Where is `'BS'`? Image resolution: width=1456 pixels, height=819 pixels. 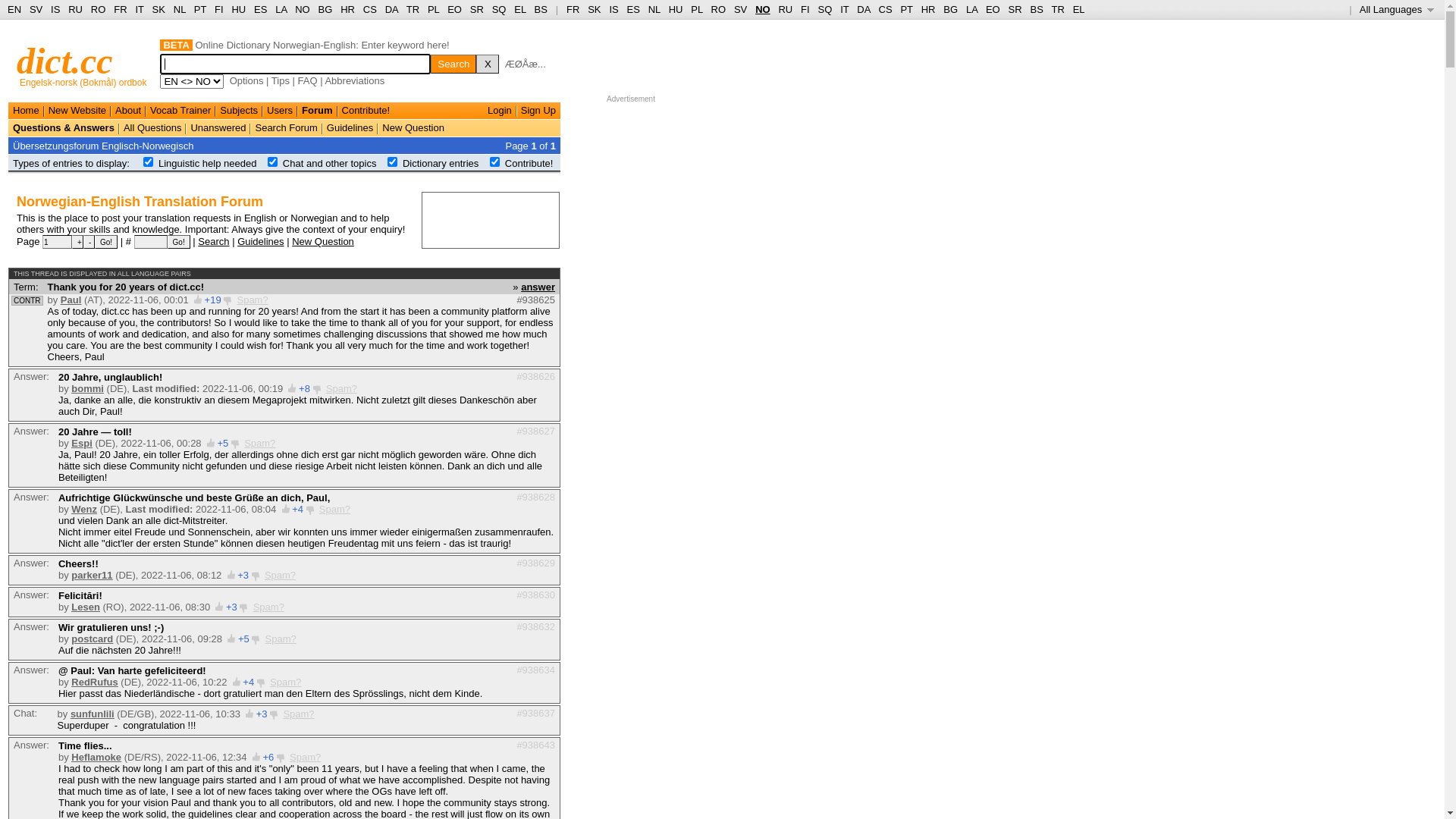 'BS' is located at coordinates (535, 9).